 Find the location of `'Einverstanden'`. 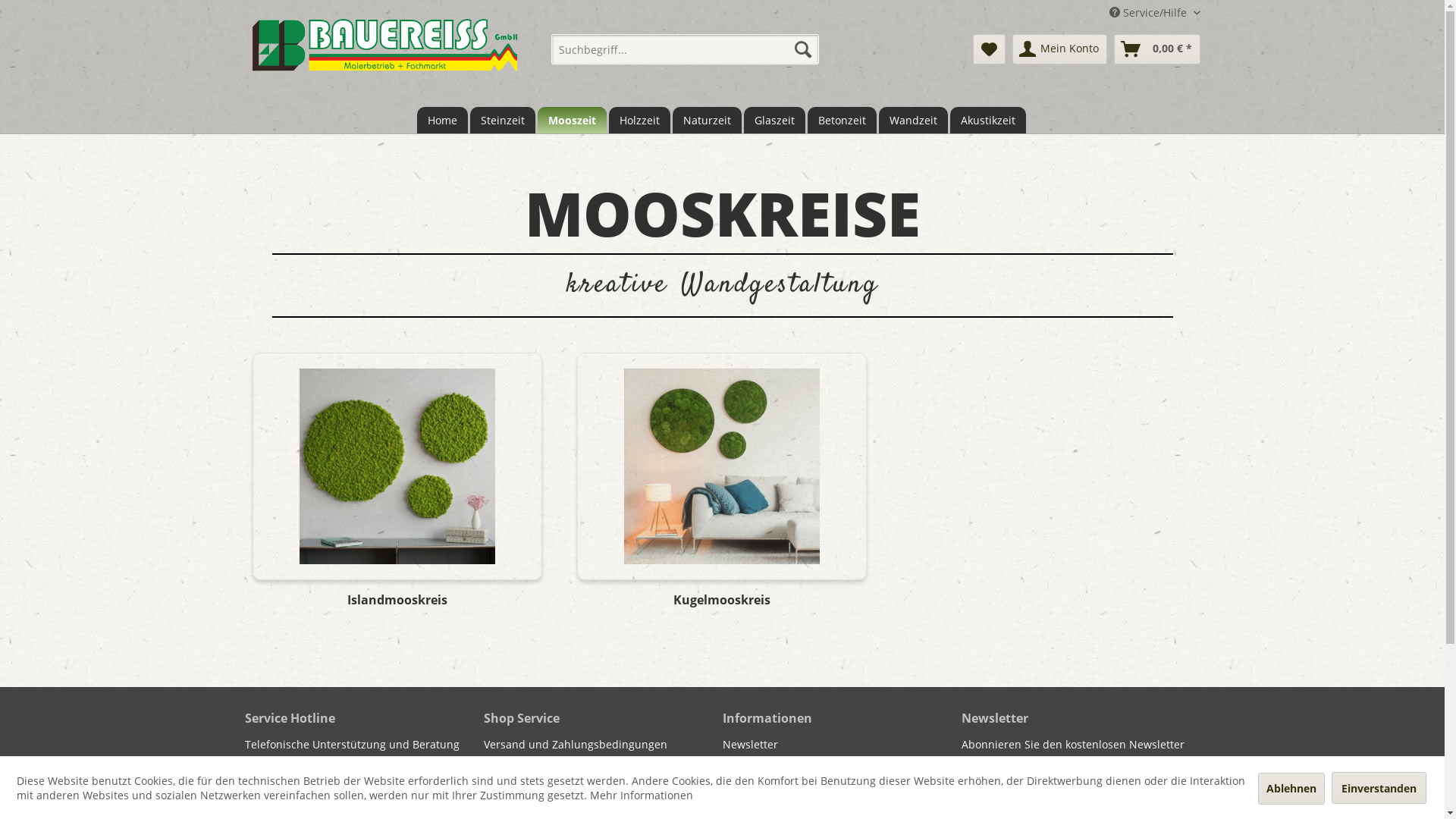

'Einverstanden' is located at coordinates (1379, 786).